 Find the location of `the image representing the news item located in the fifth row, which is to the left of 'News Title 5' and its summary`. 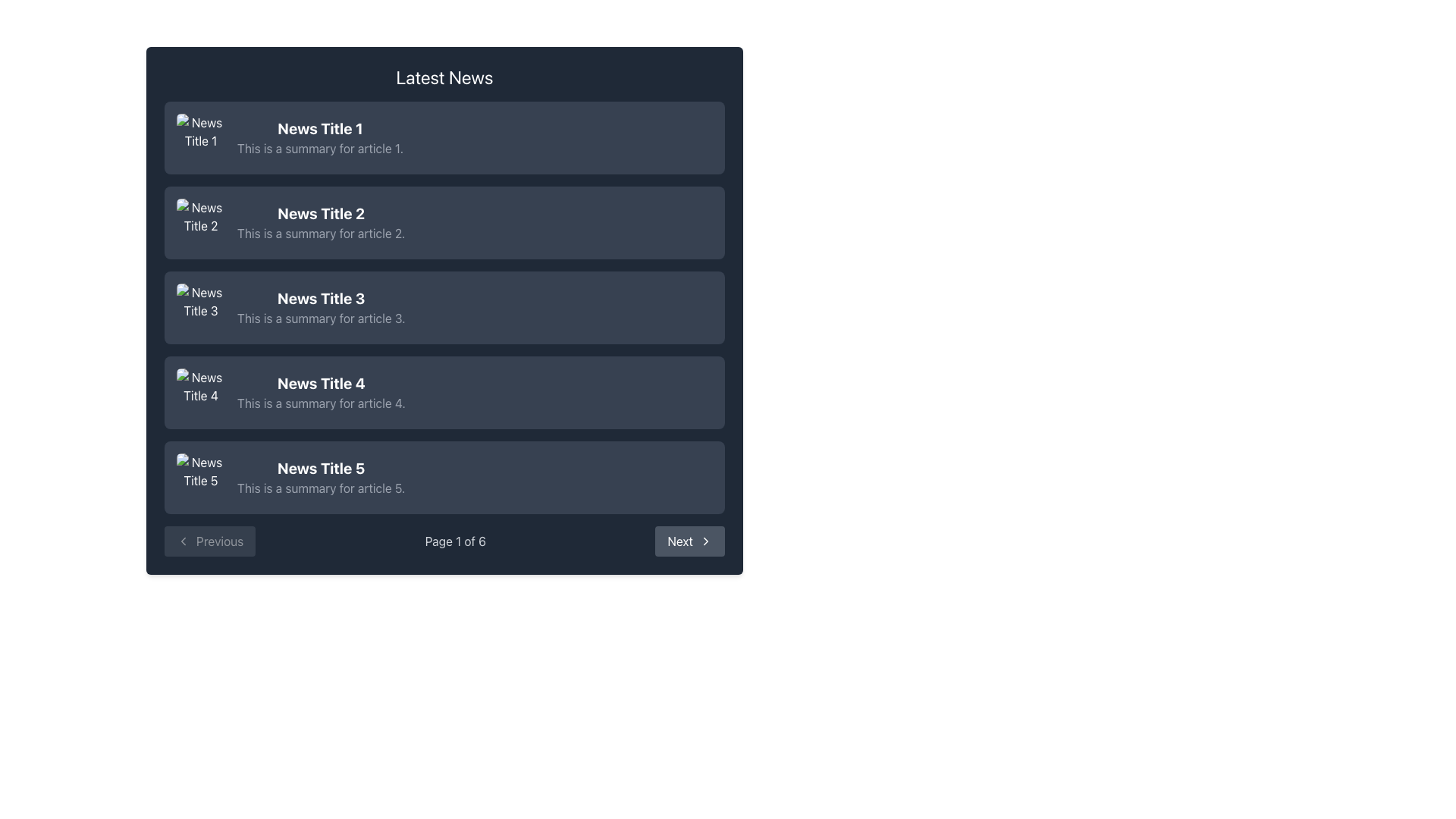

the image representing the news item located in the fifth row, which is to the left of 'News Title 5' and its summary is located at coordinates (199, 476).